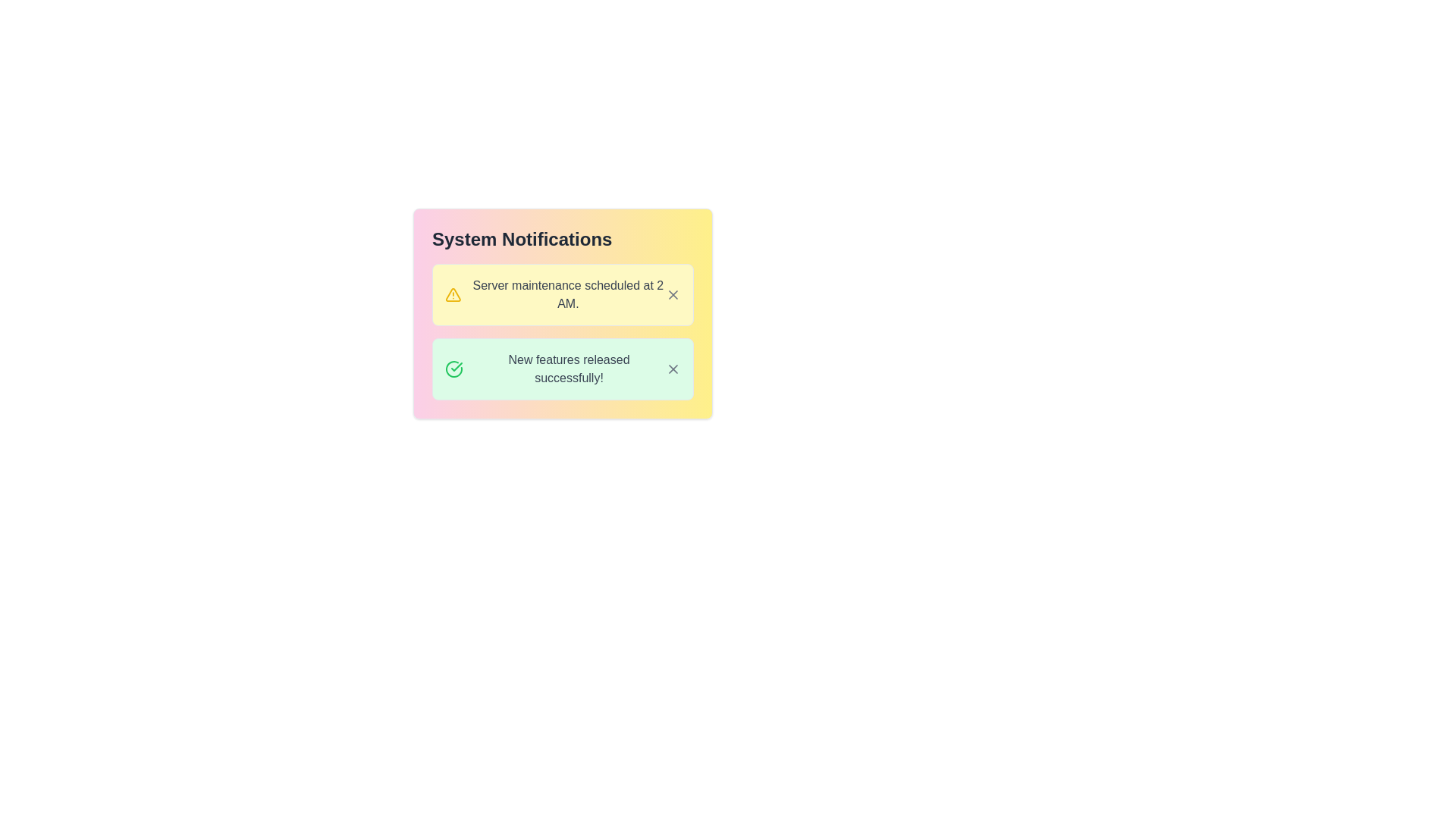 The image size is (1456, 819). I want to click on notification message that informs the user of successful new feature releases, located as the second item in the notification panel, so click(554, 369).